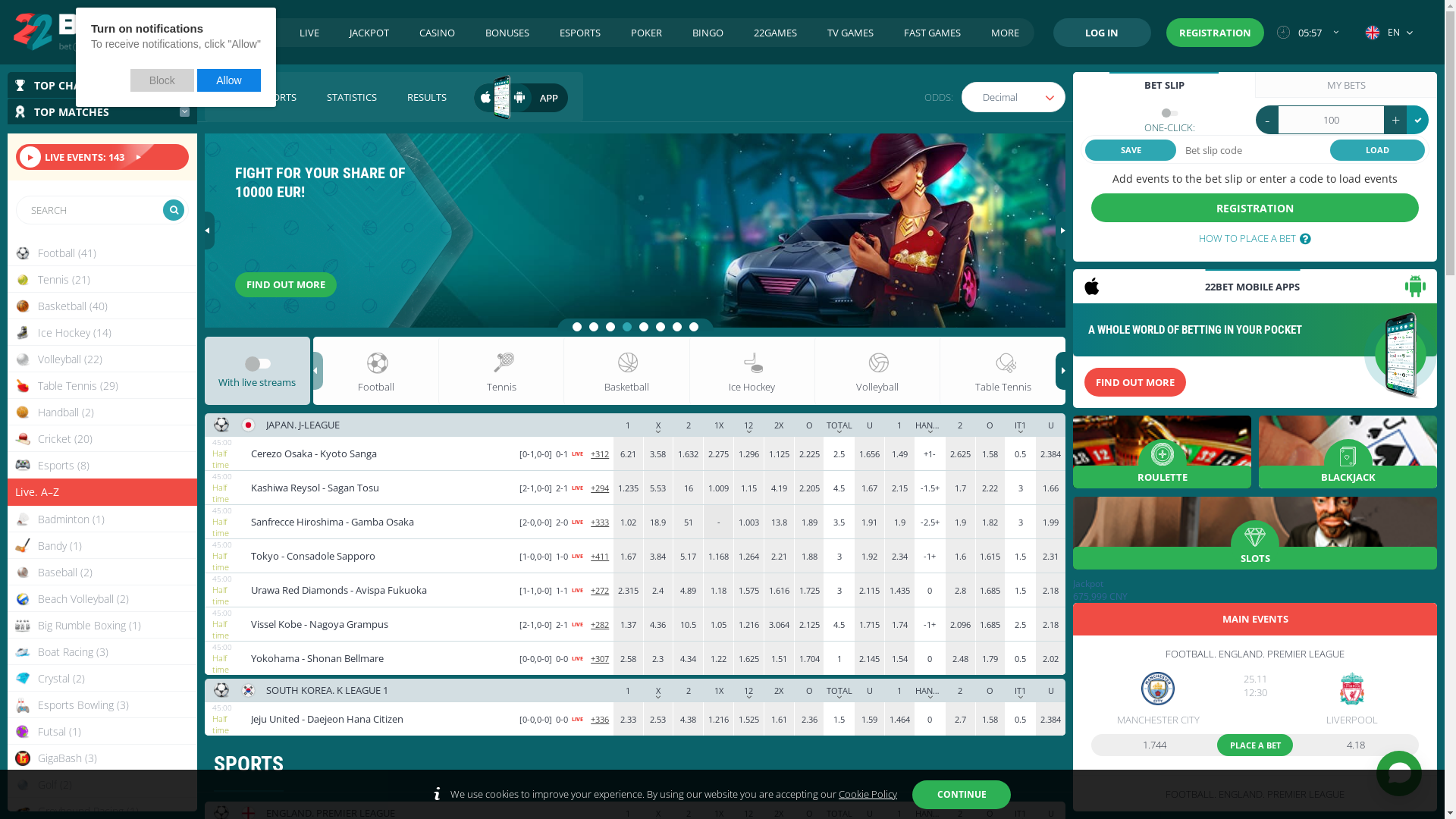  I want to click on 'STATISTICS', so click(351, 96).